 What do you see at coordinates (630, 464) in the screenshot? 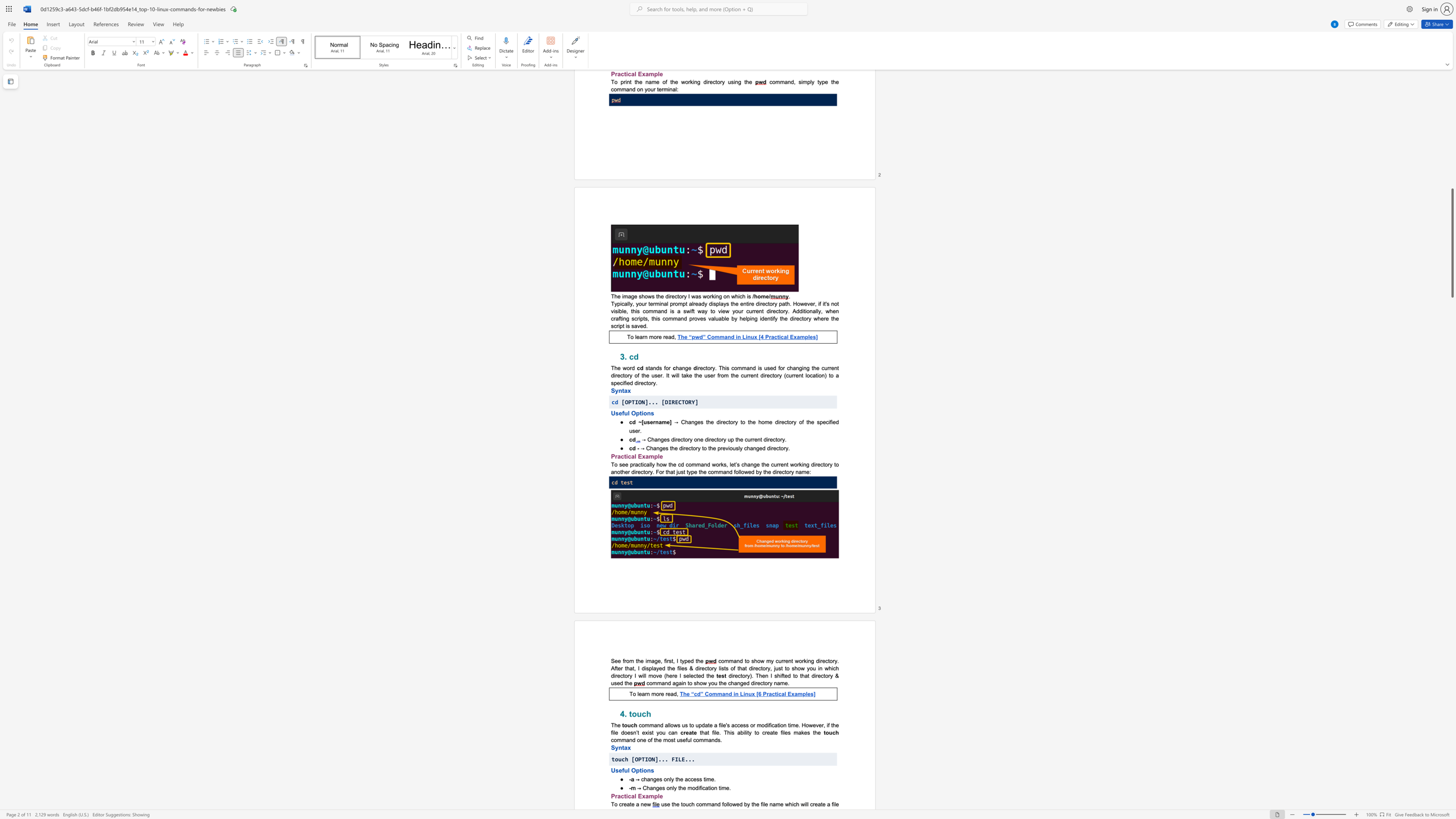
I see `the subset text "practically h" within the text "practically how"` at bounding box center [630, 464].